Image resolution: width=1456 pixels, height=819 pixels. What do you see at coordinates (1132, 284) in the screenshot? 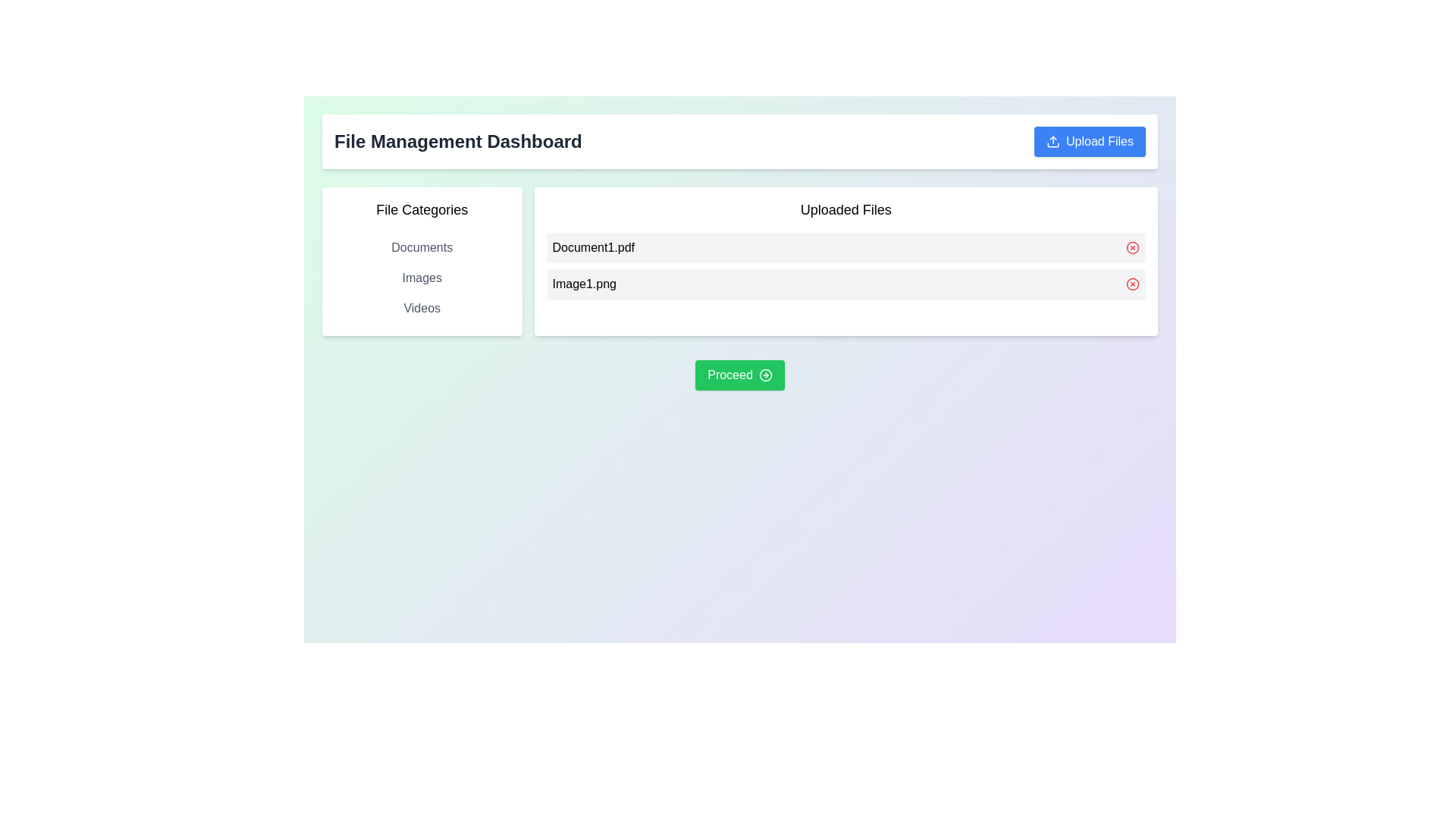
I see `the second SVG circle icon located in the 'Uploaded Files' section, which is part of the second file row to the far right` at bounding box center [1132, 284].